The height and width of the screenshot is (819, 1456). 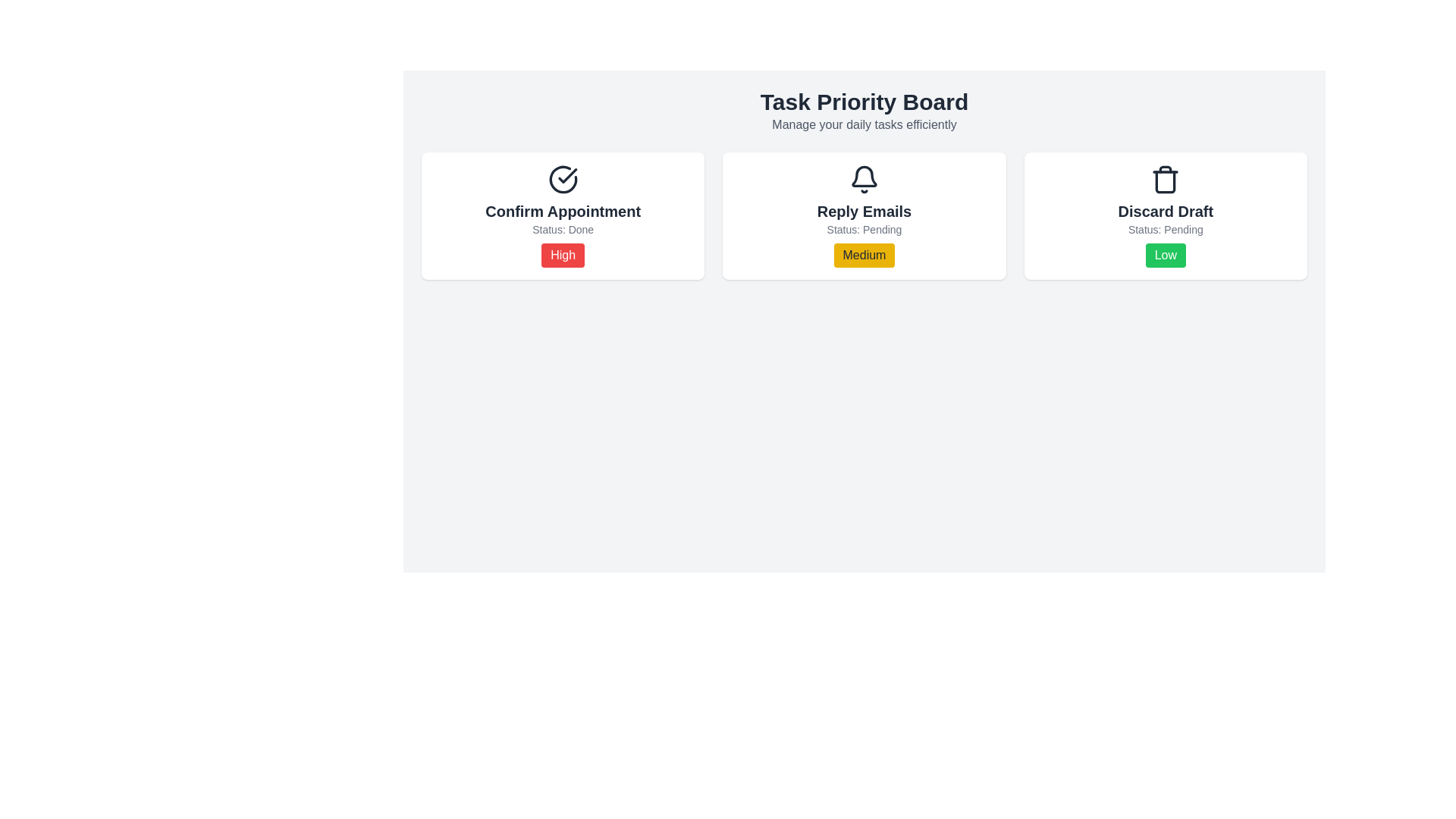 I want to click on the Header Section which serves as the title and brief description for the task management board interface, located centrally at the top of the page, so click(x=864, y=110).